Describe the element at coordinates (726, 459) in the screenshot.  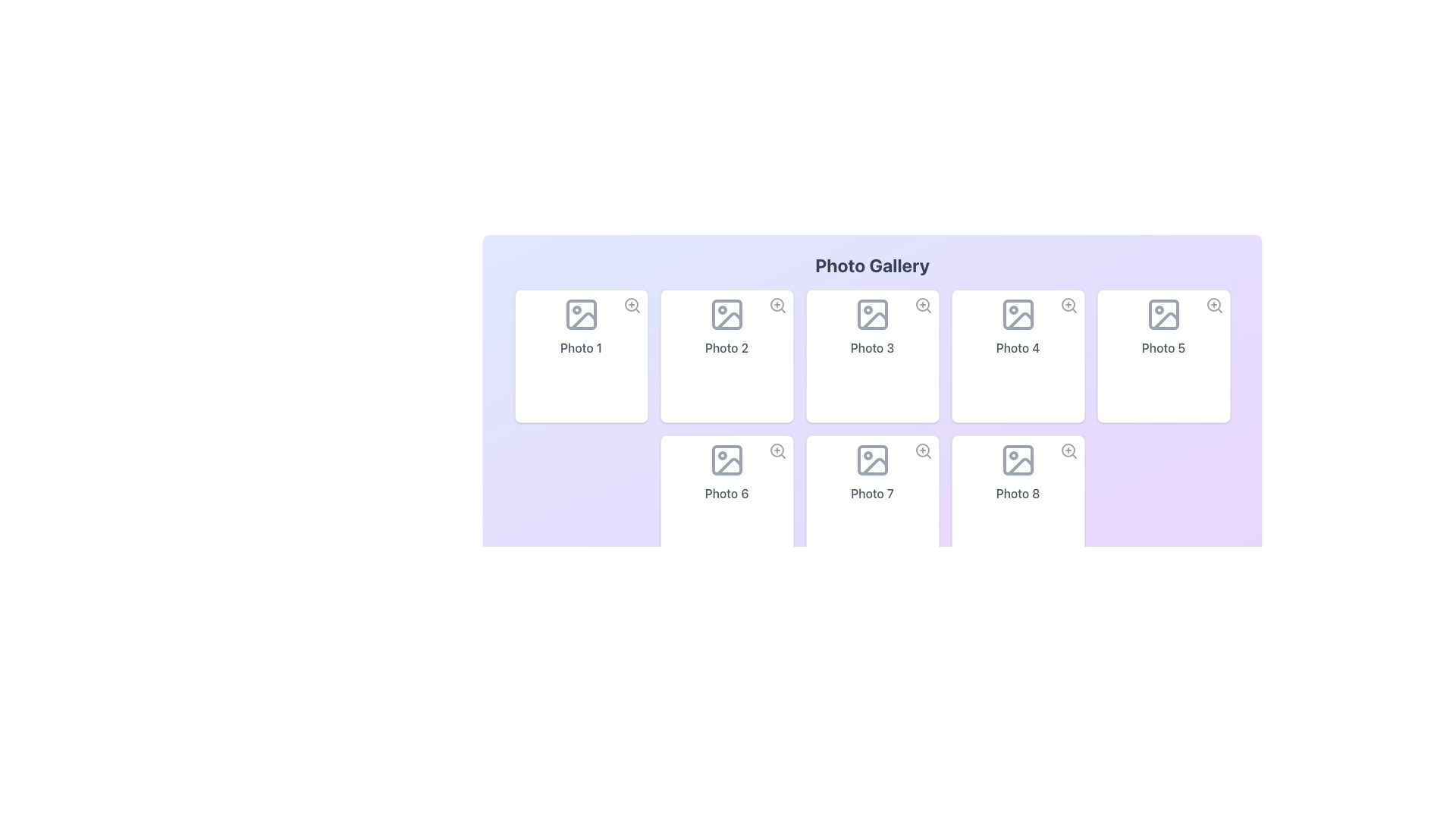
I see `the Image placeholder icon located` at that location.